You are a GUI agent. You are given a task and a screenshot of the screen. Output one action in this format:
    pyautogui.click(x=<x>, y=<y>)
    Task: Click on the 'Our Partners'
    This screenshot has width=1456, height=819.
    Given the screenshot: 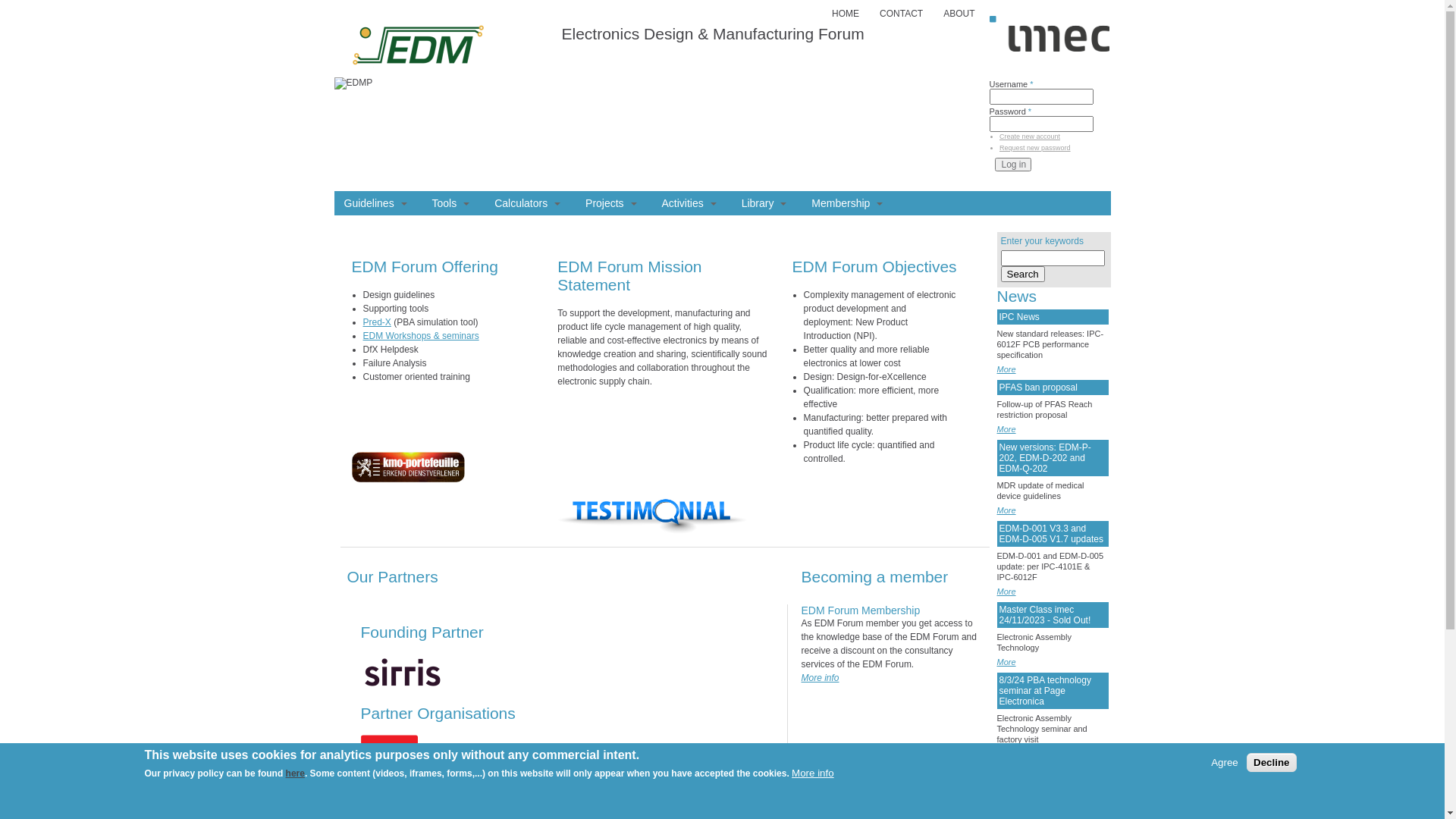 What is the action you would take?
    pyautogui.click(x=393, y=576)
    